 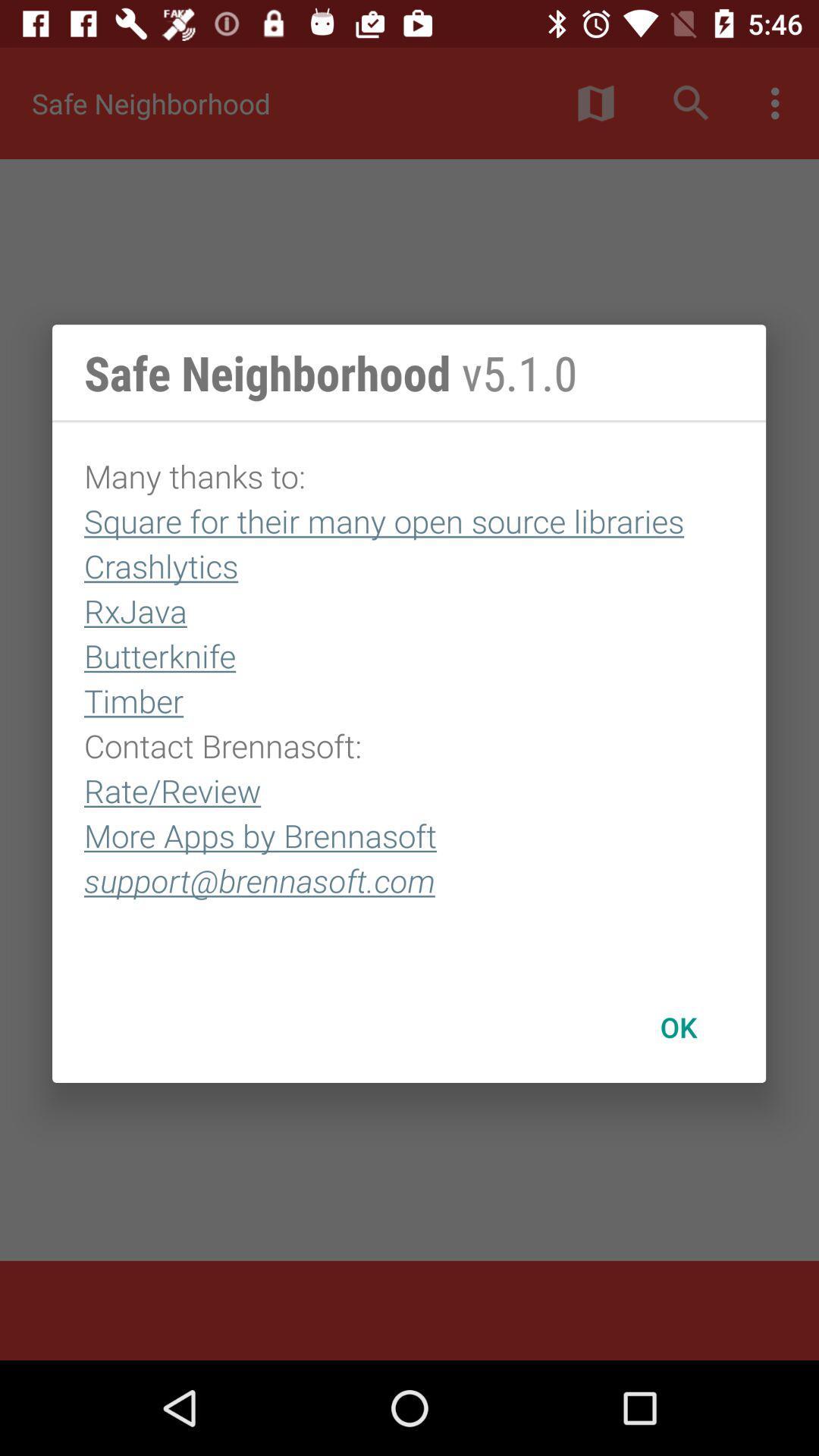 What do you see at coordinates (408, 696) in the screenshot?
I see `many thanks to` at bounding box center [408, 696].